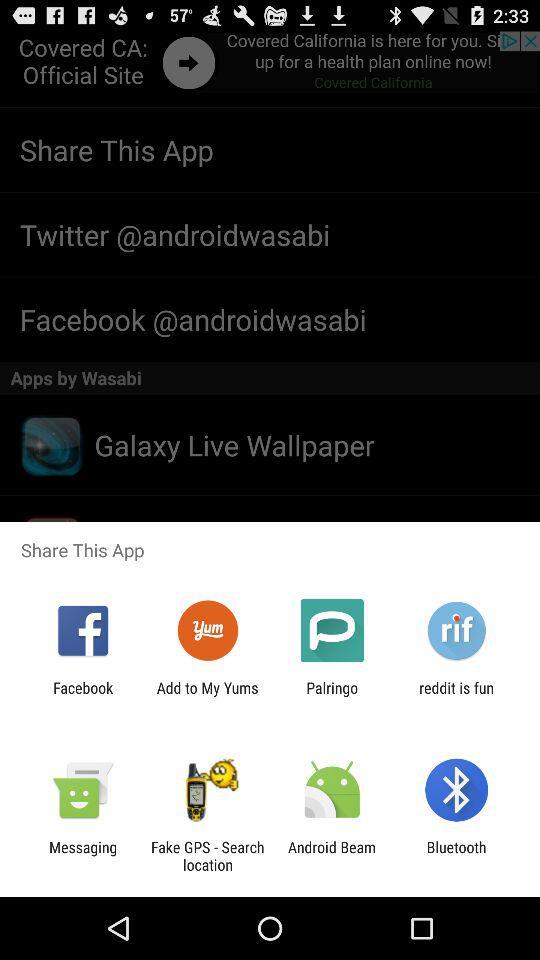 The width and height of the screenshot is (540, 960). I want to click on the icon next to the android beam icon, so click(456, 855).